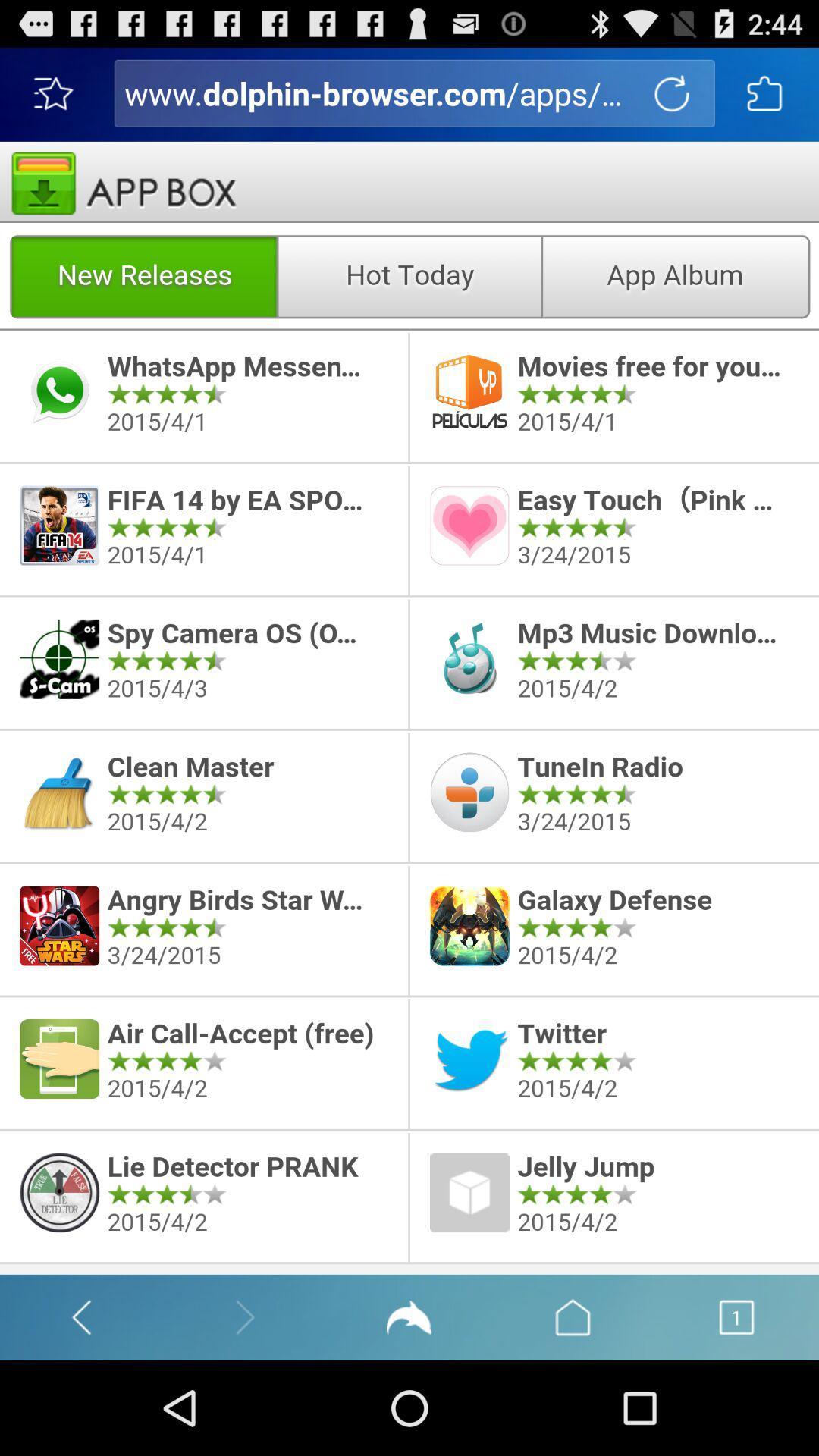 This screenshot has height=1456, width=819. What do you see at coordinates (409, 707) in the screenshot?
I see `discretion` at bounding box center [409, 707].